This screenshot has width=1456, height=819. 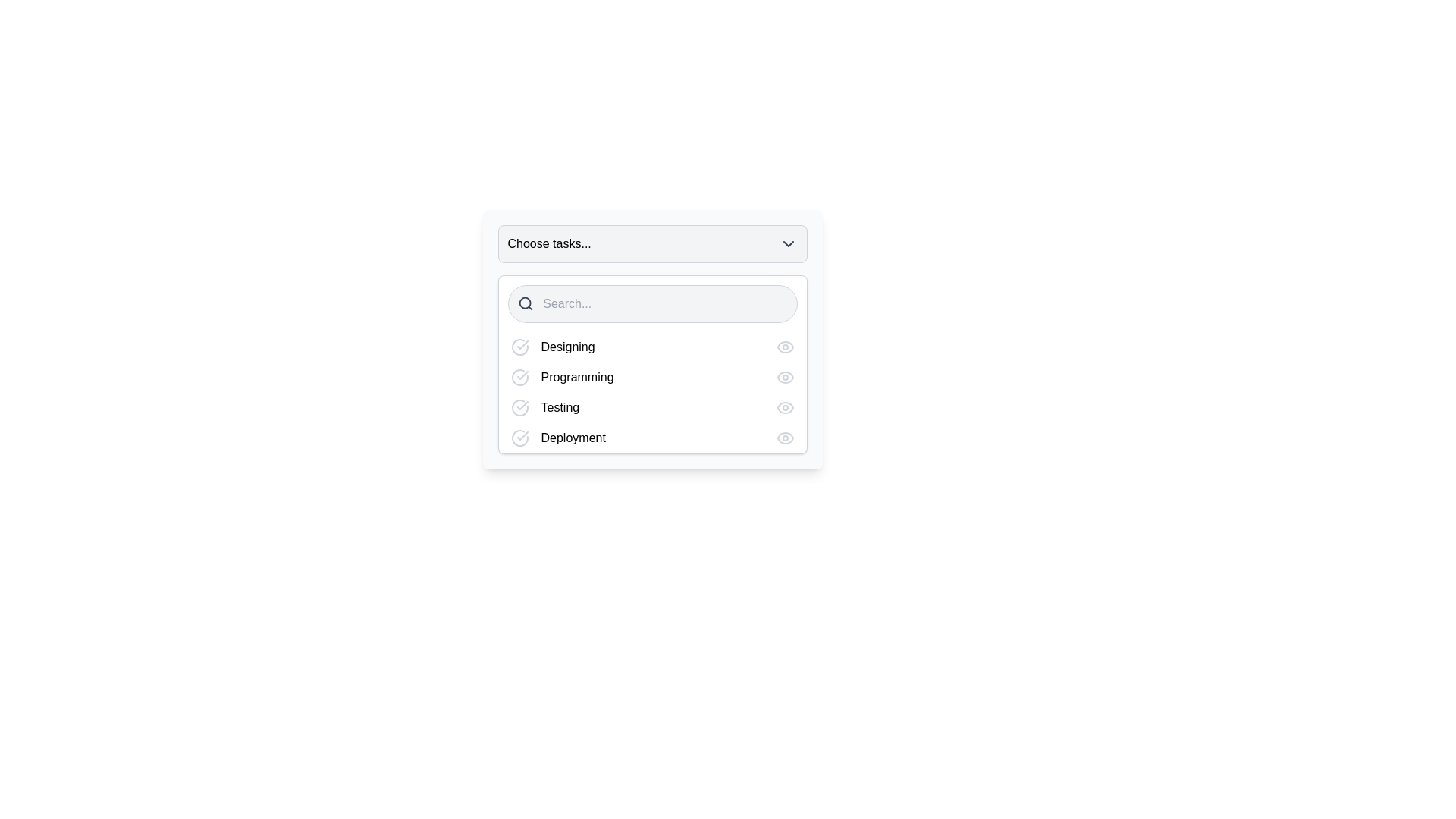 What do you see at coordinates (519, 376) in the screenshot?
I see `the circular tick mark icon located to the left of the 'Programming' text label in the second row of the dropdown panel` at bounding box center [519, 376].